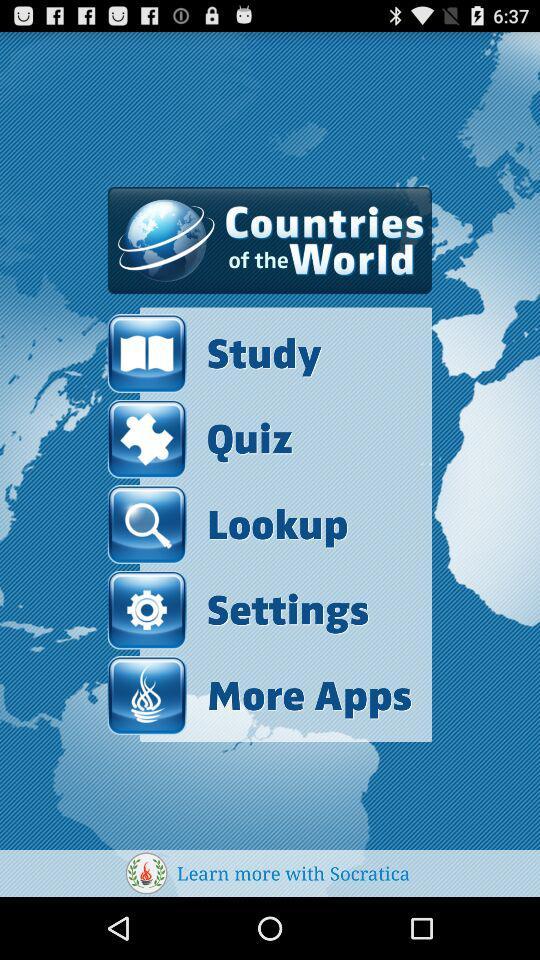 This screenshot has width=540, height=960. What do you see at coordinates (200, 439) in the screenshot?
I see `quiz icon` at bounding box center [200, 439].